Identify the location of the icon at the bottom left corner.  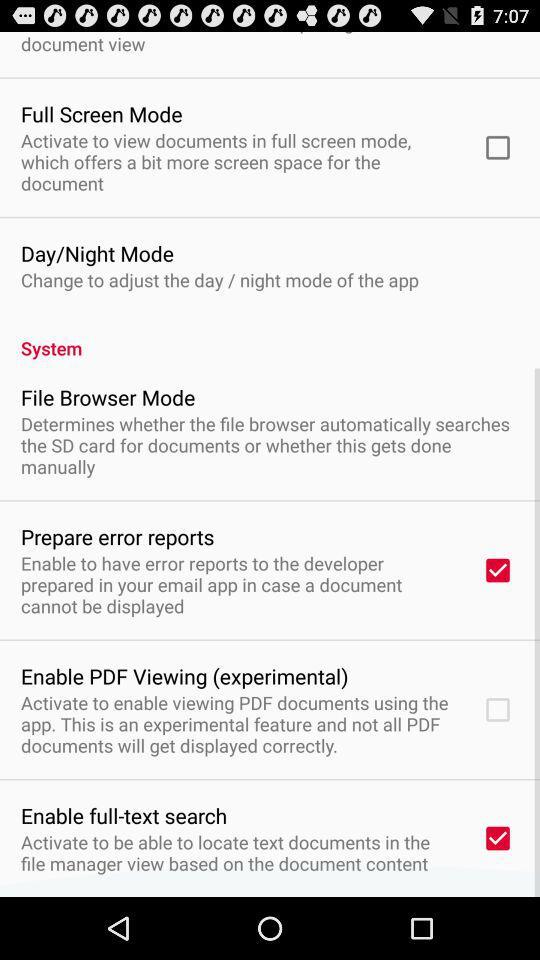
(124, 815).